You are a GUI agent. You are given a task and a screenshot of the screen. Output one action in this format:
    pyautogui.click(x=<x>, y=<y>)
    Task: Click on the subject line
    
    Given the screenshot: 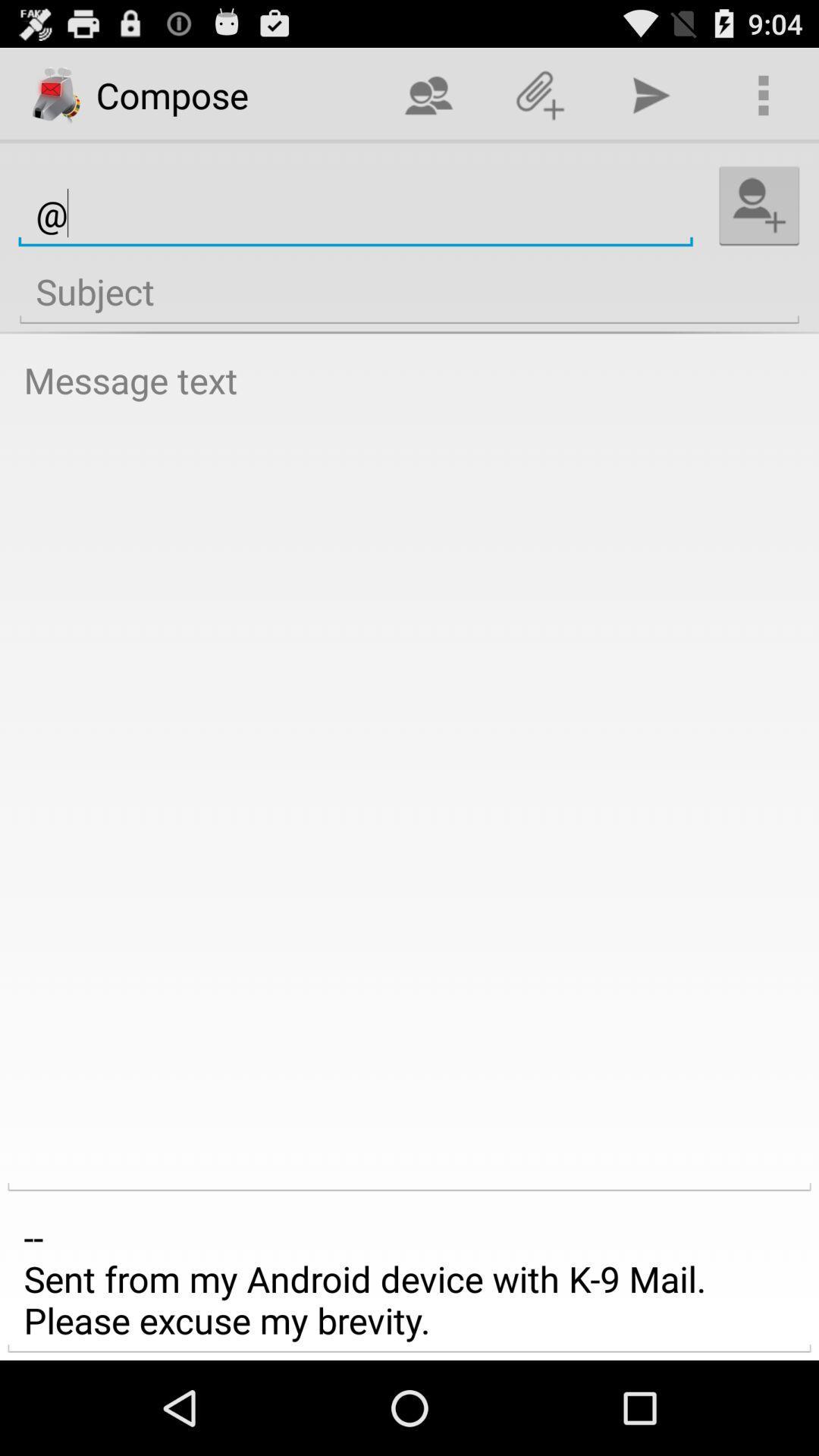 What is the action you would take?
    pyautogui.click(x=409, y=292)
    